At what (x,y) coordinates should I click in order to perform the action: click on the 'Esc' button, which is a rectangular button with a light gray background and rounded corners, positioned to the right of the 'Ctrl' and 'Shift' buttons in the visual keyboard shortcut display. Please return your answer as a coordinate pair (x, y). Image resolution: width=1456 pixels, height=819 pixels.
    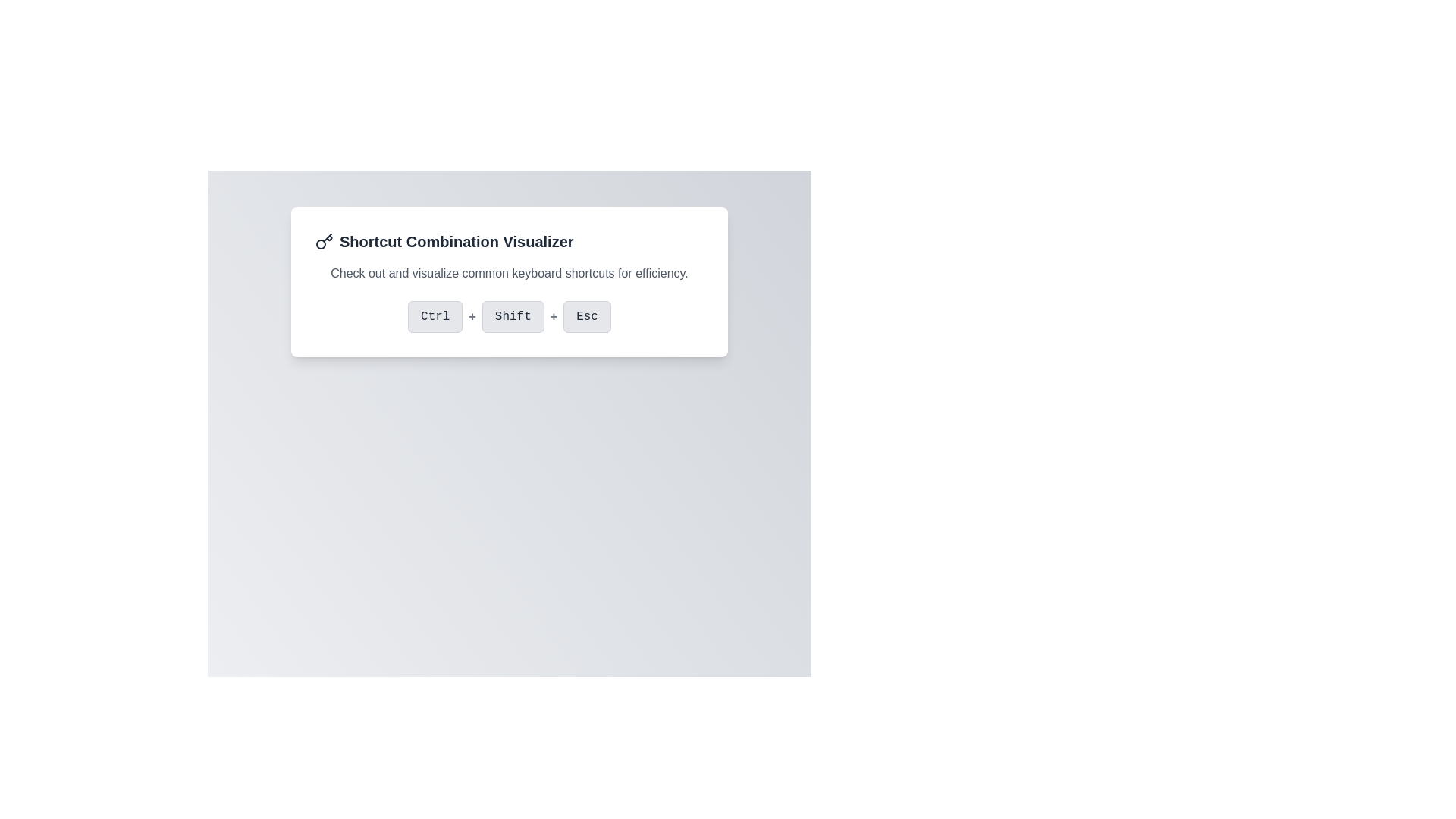
    Looking at the image, I should click on (586, 315).